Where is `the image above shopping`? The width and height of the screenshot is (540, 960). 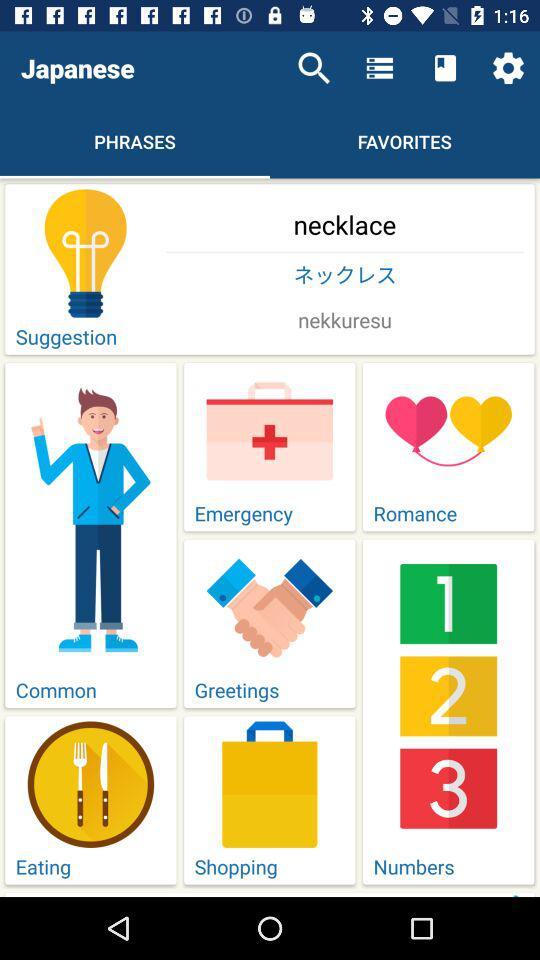
the image above shopping is located at coordinates (270, 784).